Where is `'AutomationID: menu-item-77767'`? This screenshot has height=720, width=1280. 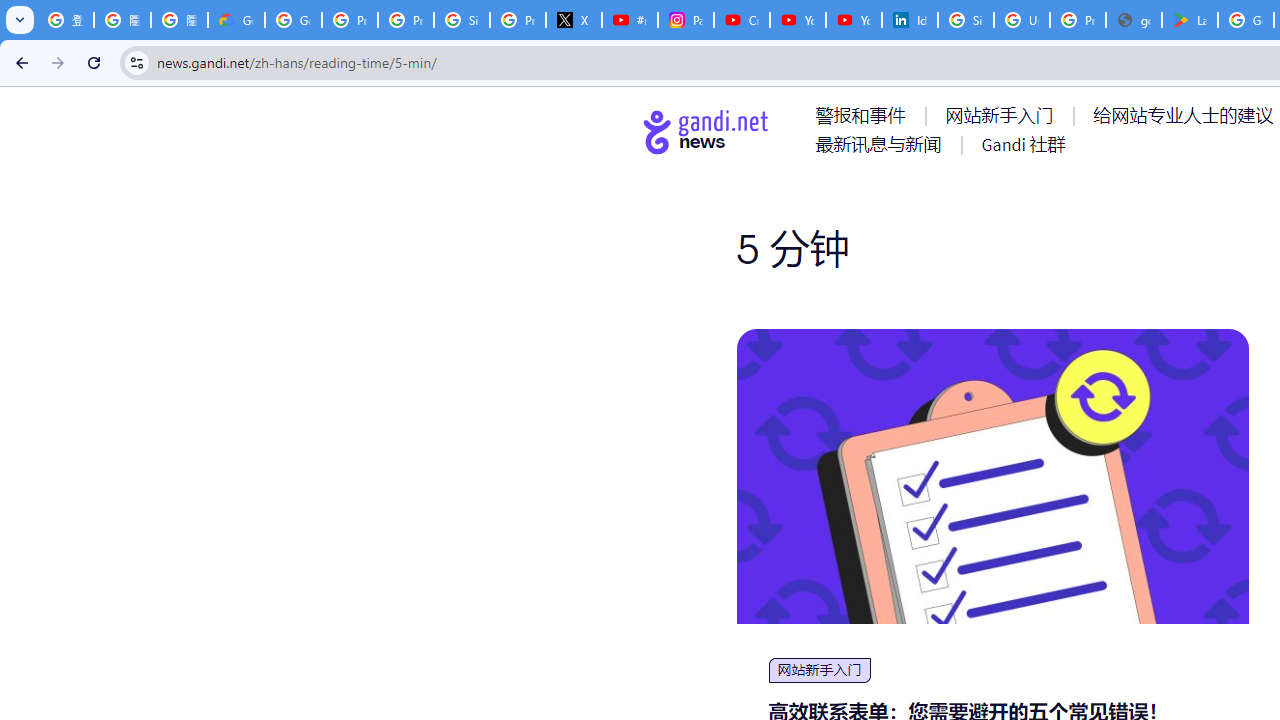
'AutomationID: menu-item-77767' is located at coordinates (1023, 143).